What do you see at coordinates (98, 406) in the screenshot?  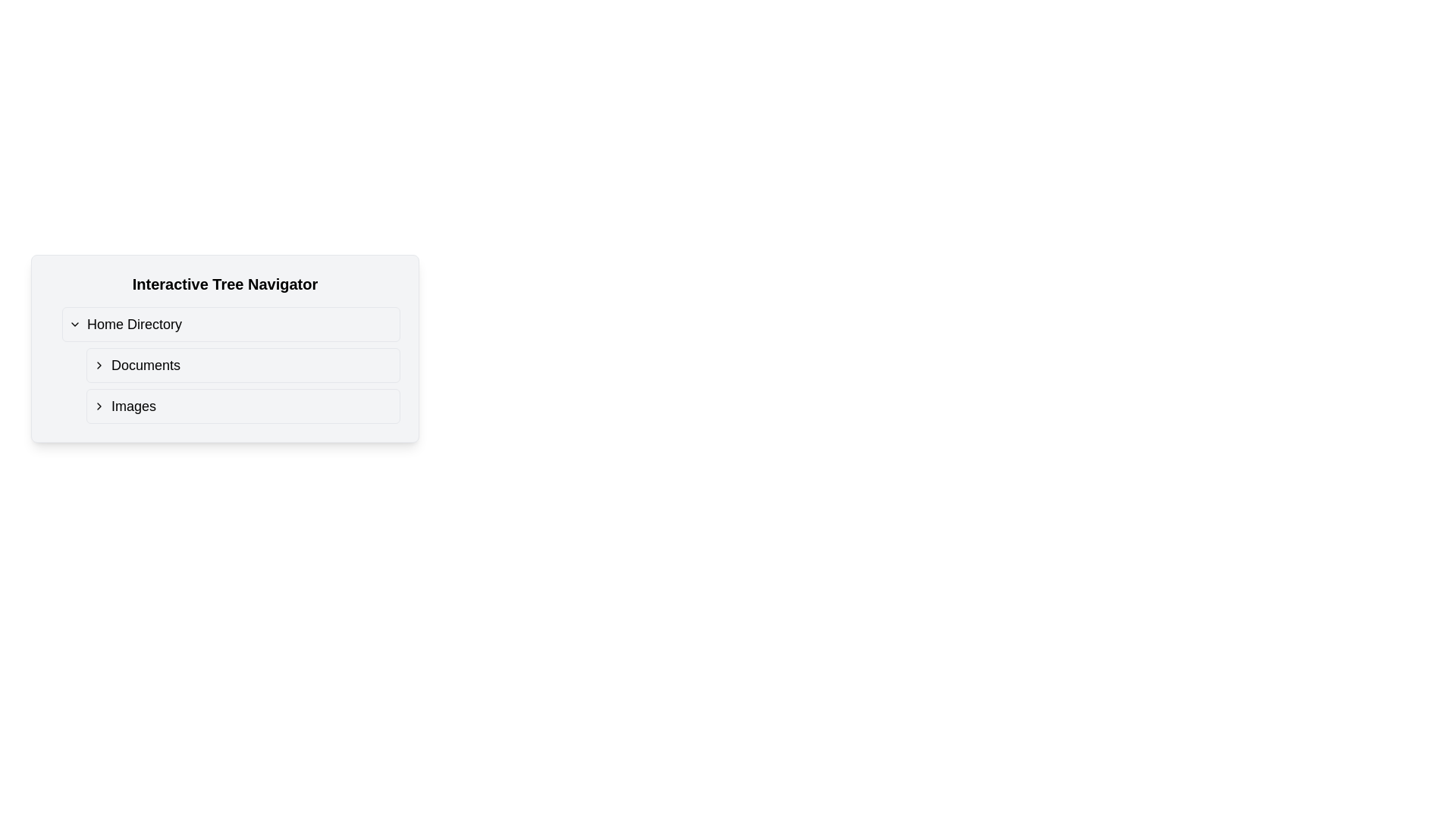 I see `the small rightward-pointing chevron icon located at the far left of the 'Images' item in the tree structure` at bounding box center [98, 406].